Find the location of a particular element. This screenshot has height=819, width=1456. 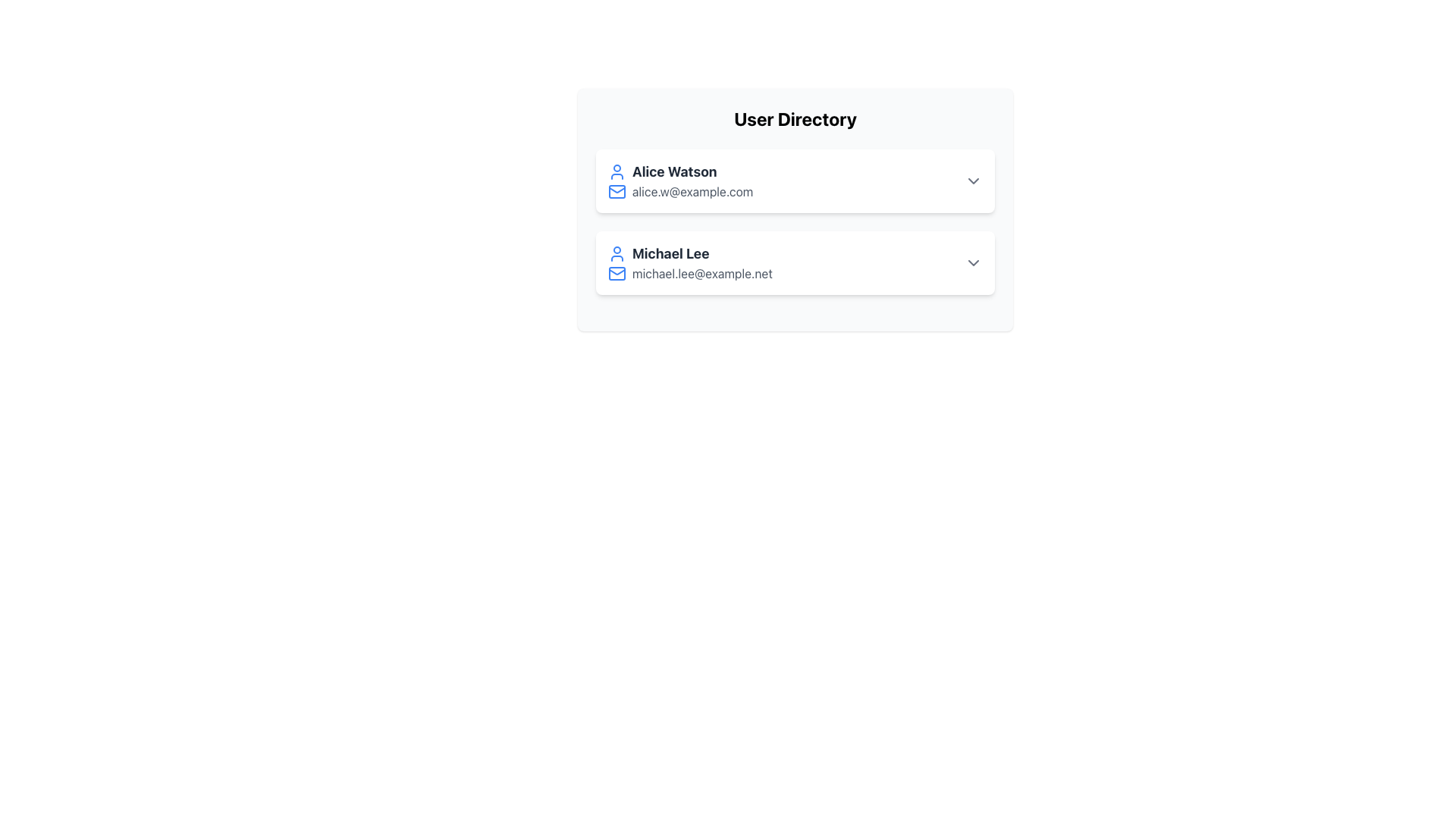

the Dropdown Activator Icon located at the far right of the 'Michael Lee' user entry is located at coordinates (973, 262).